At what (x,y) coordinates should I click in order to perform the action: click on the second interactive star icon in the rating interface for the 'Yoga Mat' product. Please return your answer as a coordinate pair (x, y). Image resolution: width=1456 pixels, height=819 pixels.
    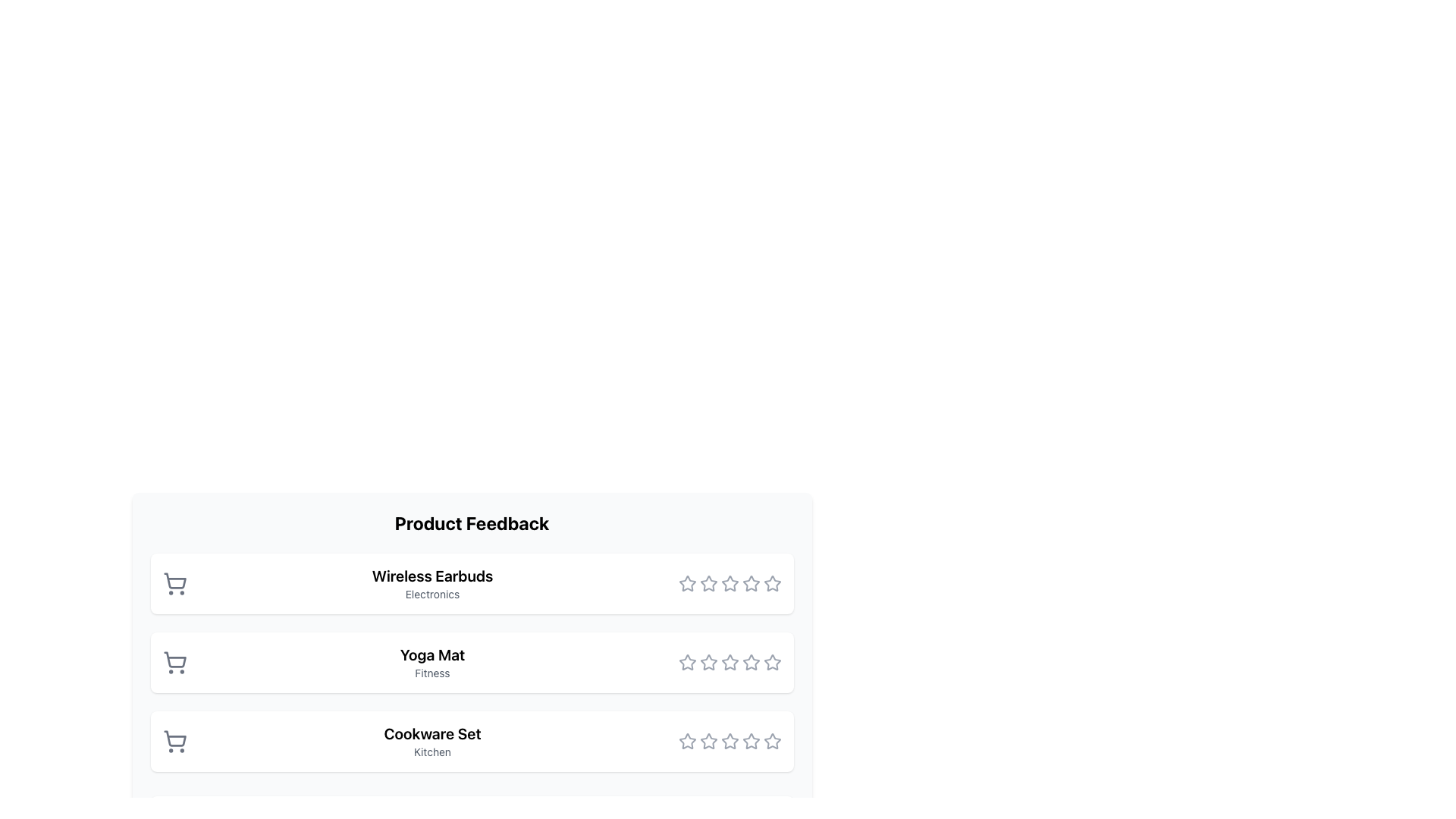
    Looking at the image, I should click on (708, 661).